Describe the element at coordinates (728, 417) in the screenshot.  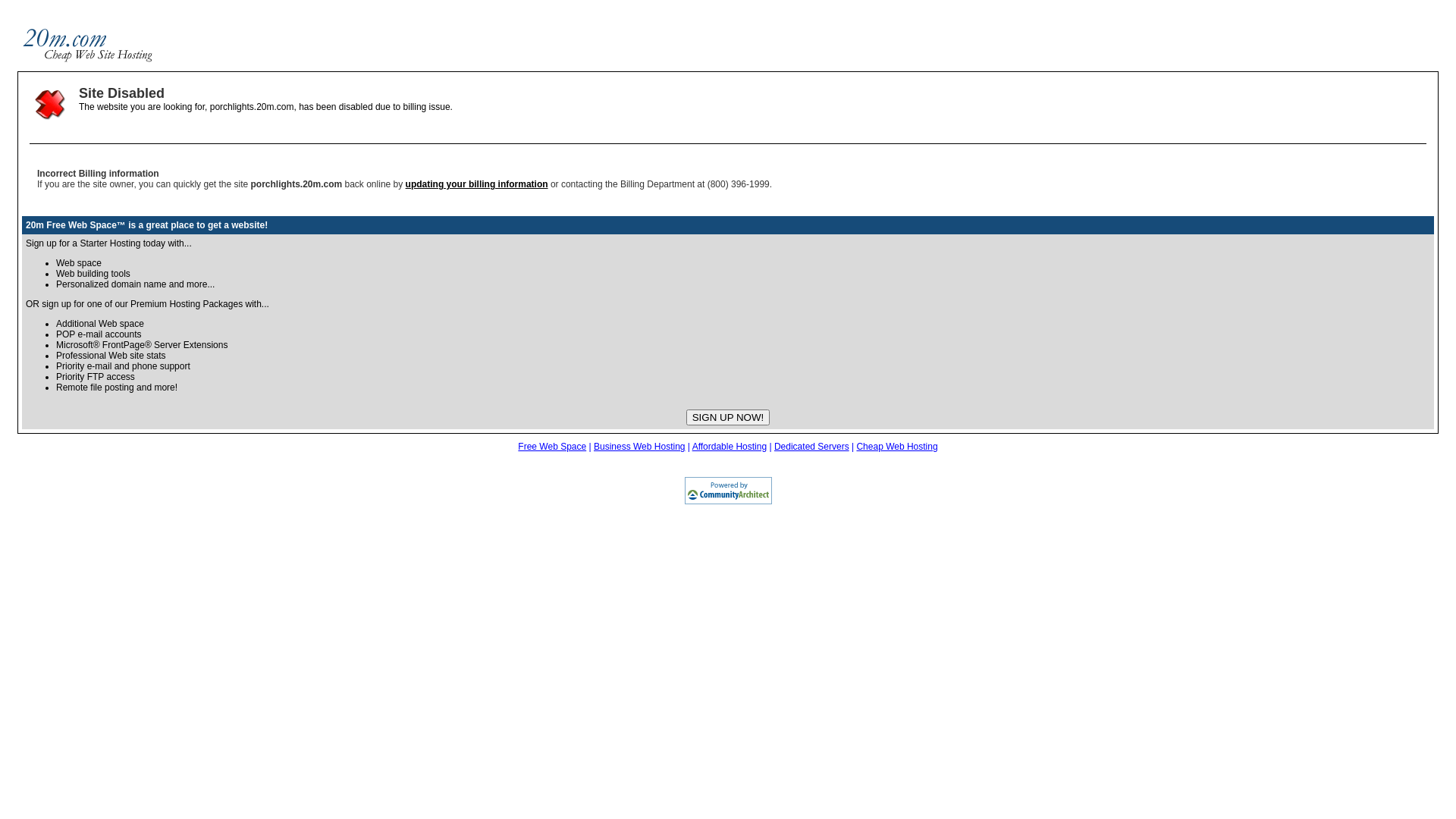
I see `'SIGN UP NOW!'` at that location.